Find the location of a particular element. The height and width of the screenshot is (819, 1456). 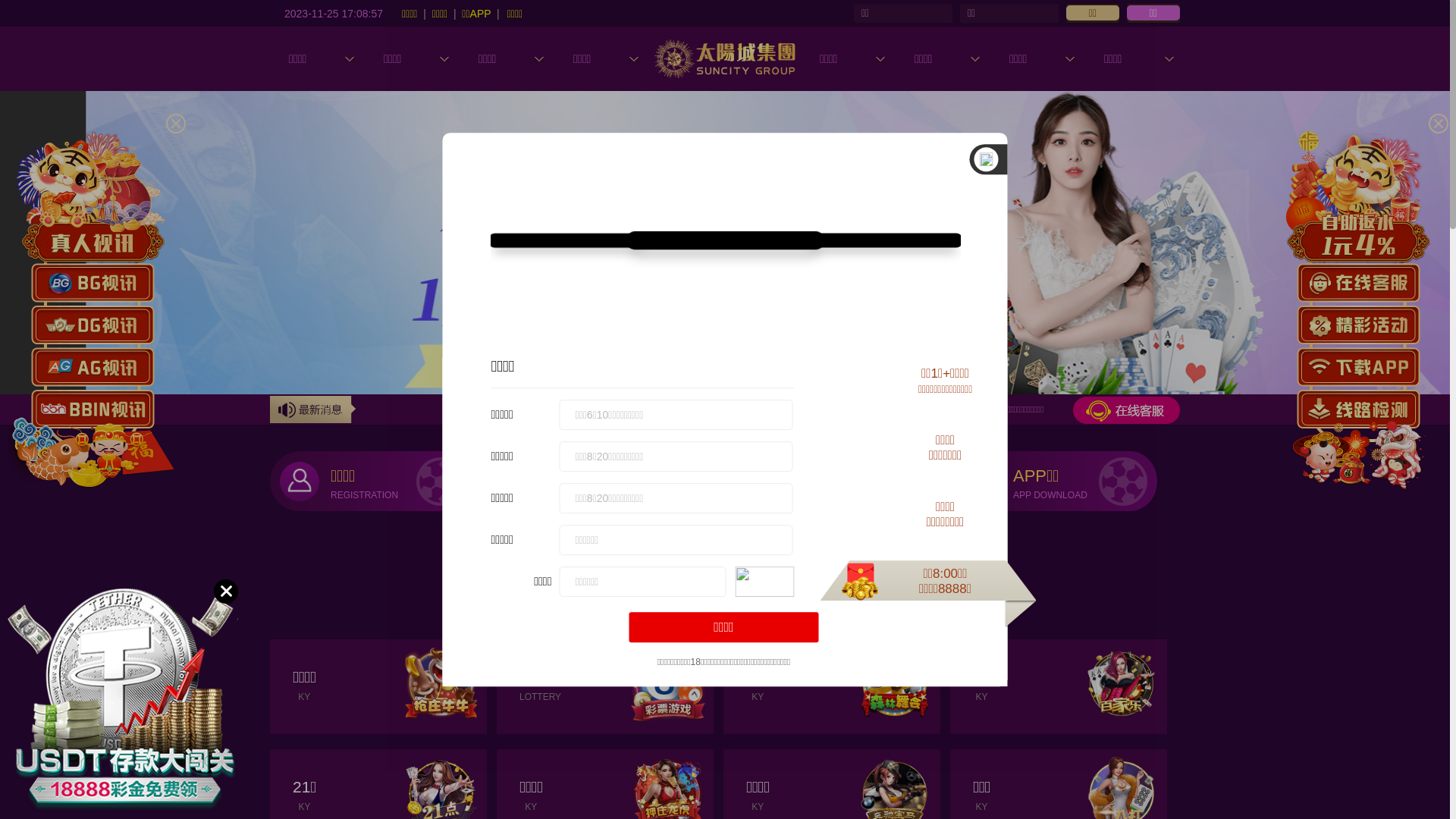

'2023-11-25 17:08:55' is located at coordinates (333, 12).